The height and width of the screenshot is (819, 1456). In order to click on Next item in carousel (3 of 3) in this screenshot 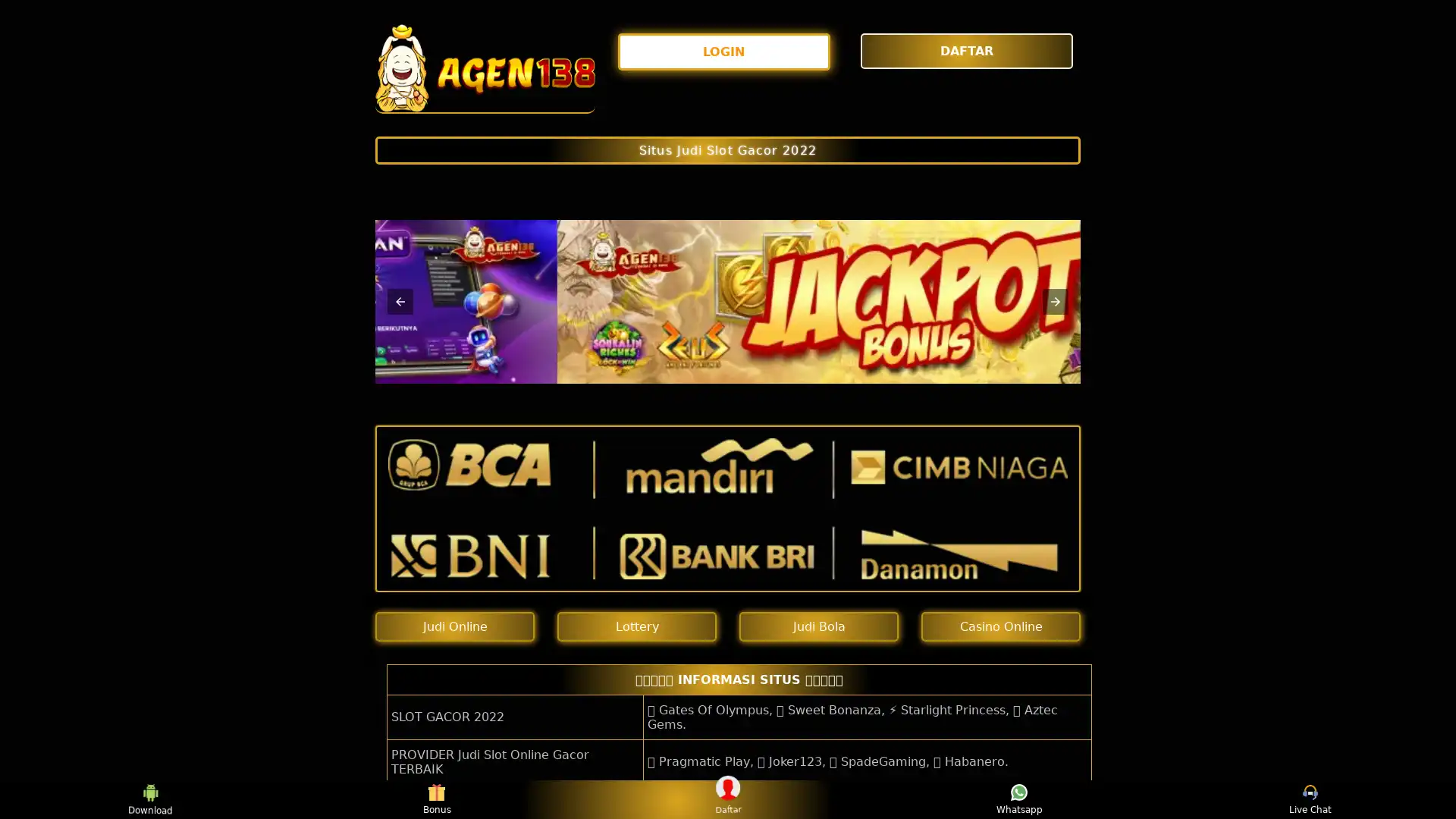, I will do `click(1055, 301)`.